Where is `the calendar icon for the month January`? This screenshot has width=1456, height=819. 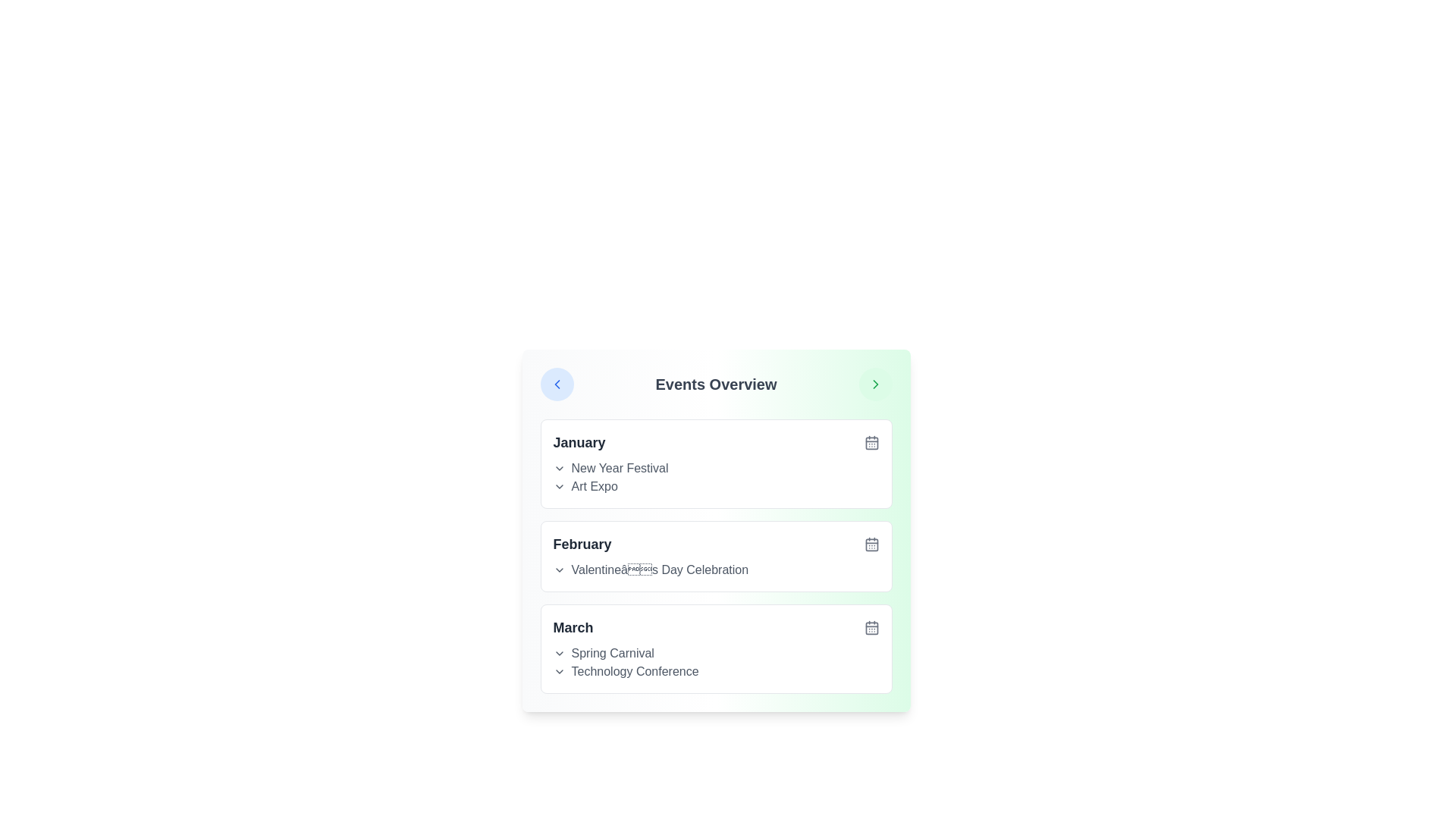
the calendar icon for the month January is located at coordinates (871, 442).